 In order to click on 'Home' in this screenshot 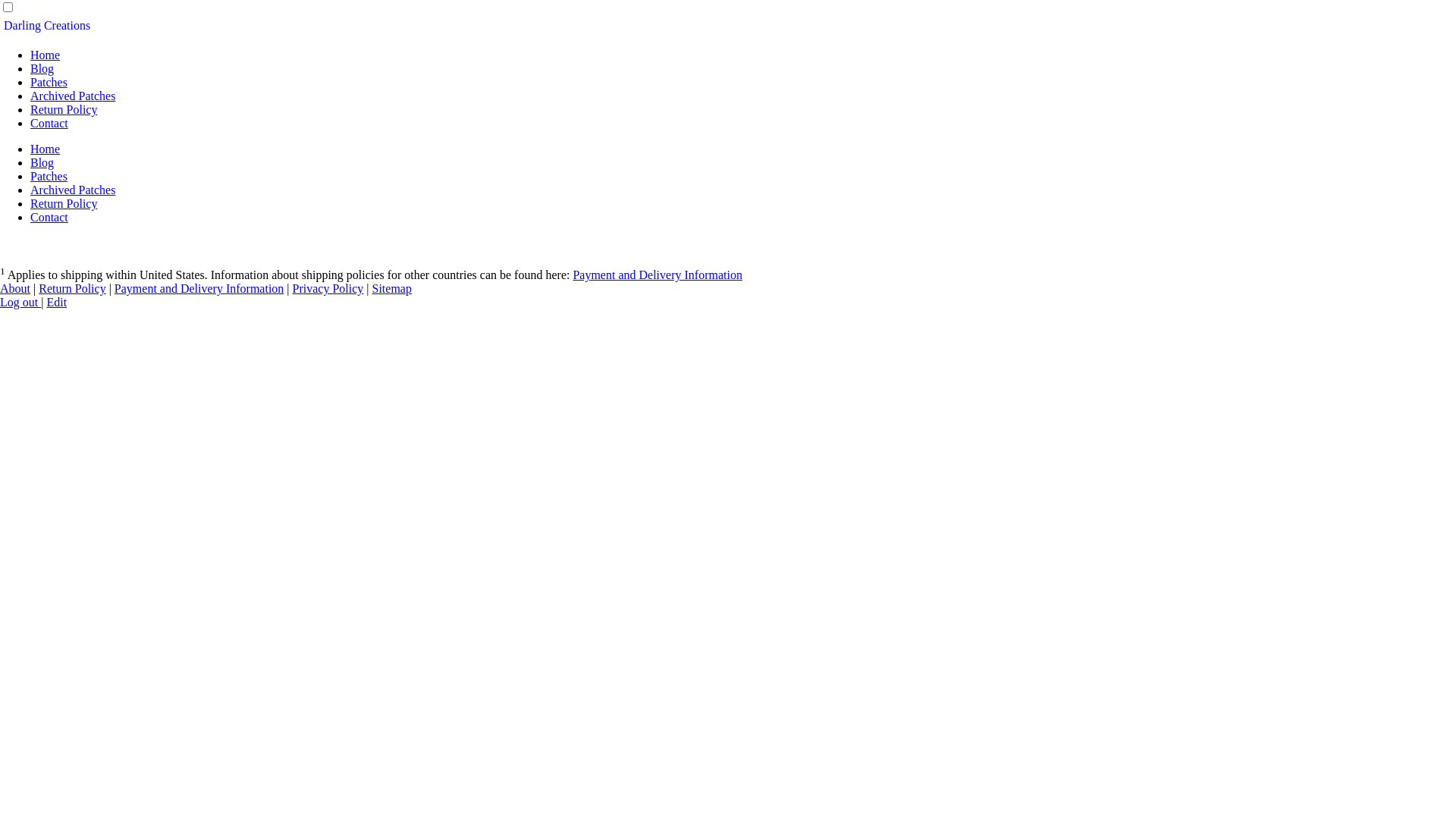, I will do `click(45, 54)`.